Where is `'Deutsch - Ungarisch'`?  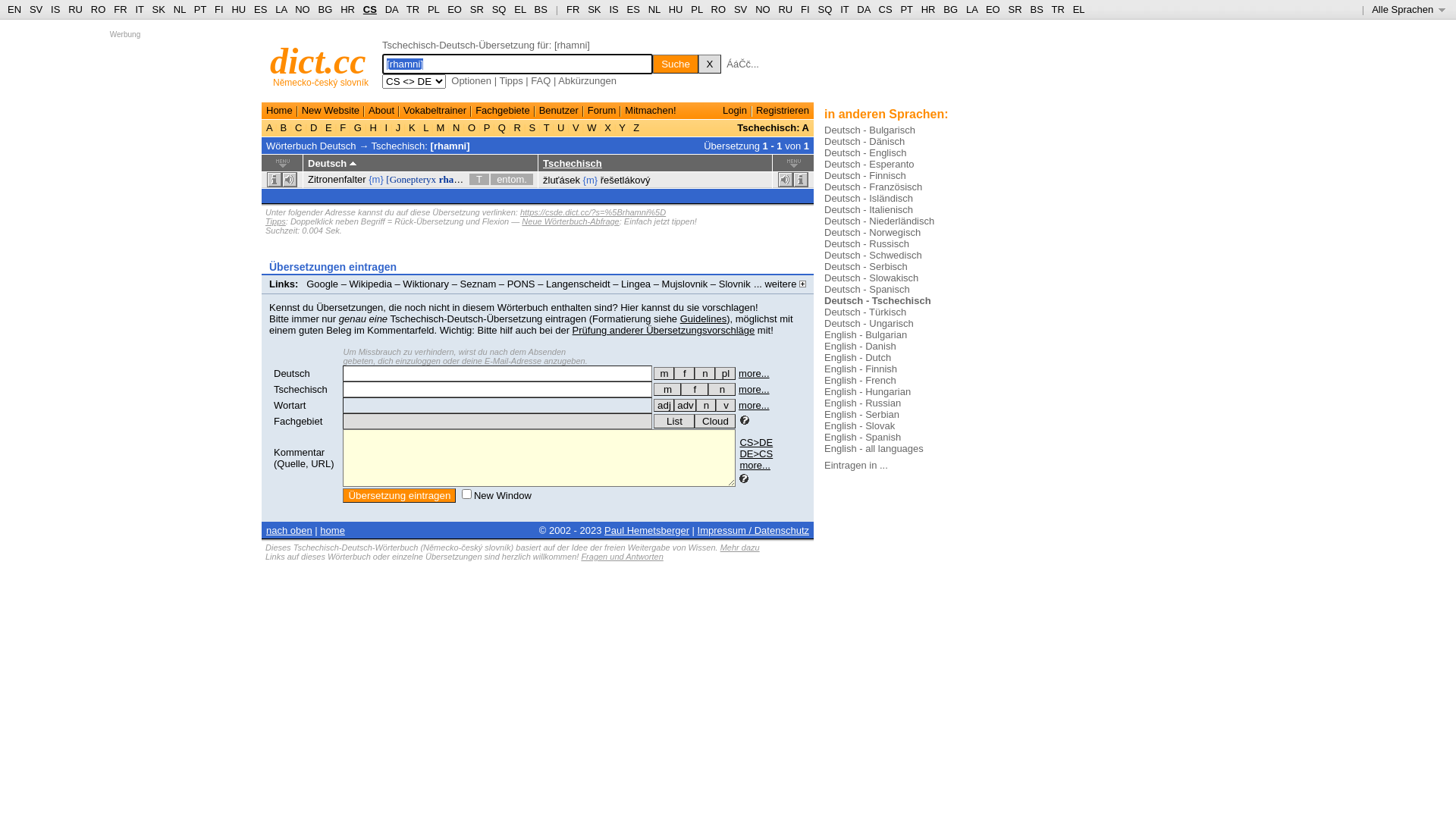 'Deutsch - Ungarisch' is located at coordinates (823, 322).